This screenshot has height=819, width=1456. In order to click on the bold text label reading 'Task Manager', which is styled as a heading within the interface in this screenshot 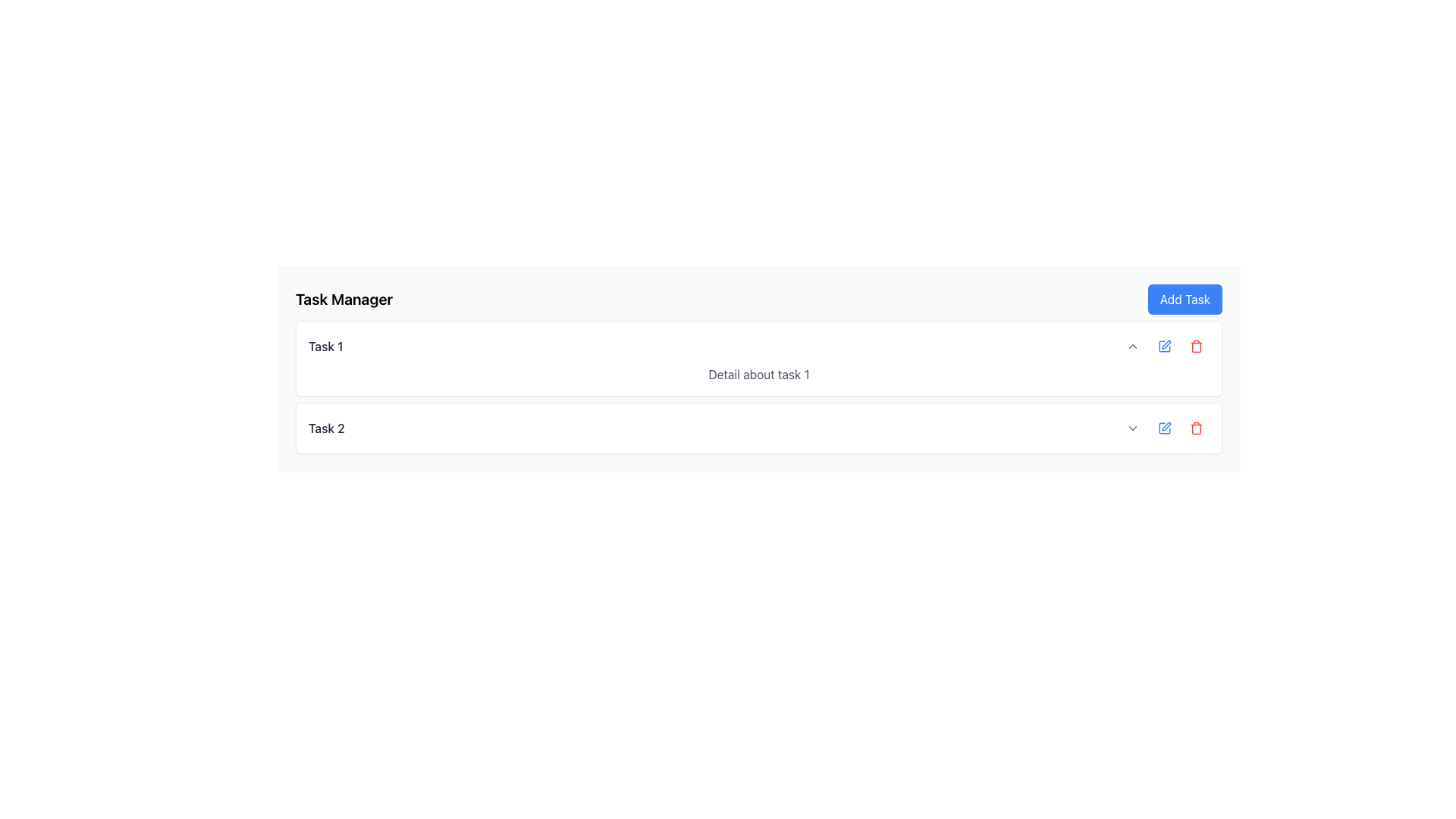, I will do `click(344, 299)`.